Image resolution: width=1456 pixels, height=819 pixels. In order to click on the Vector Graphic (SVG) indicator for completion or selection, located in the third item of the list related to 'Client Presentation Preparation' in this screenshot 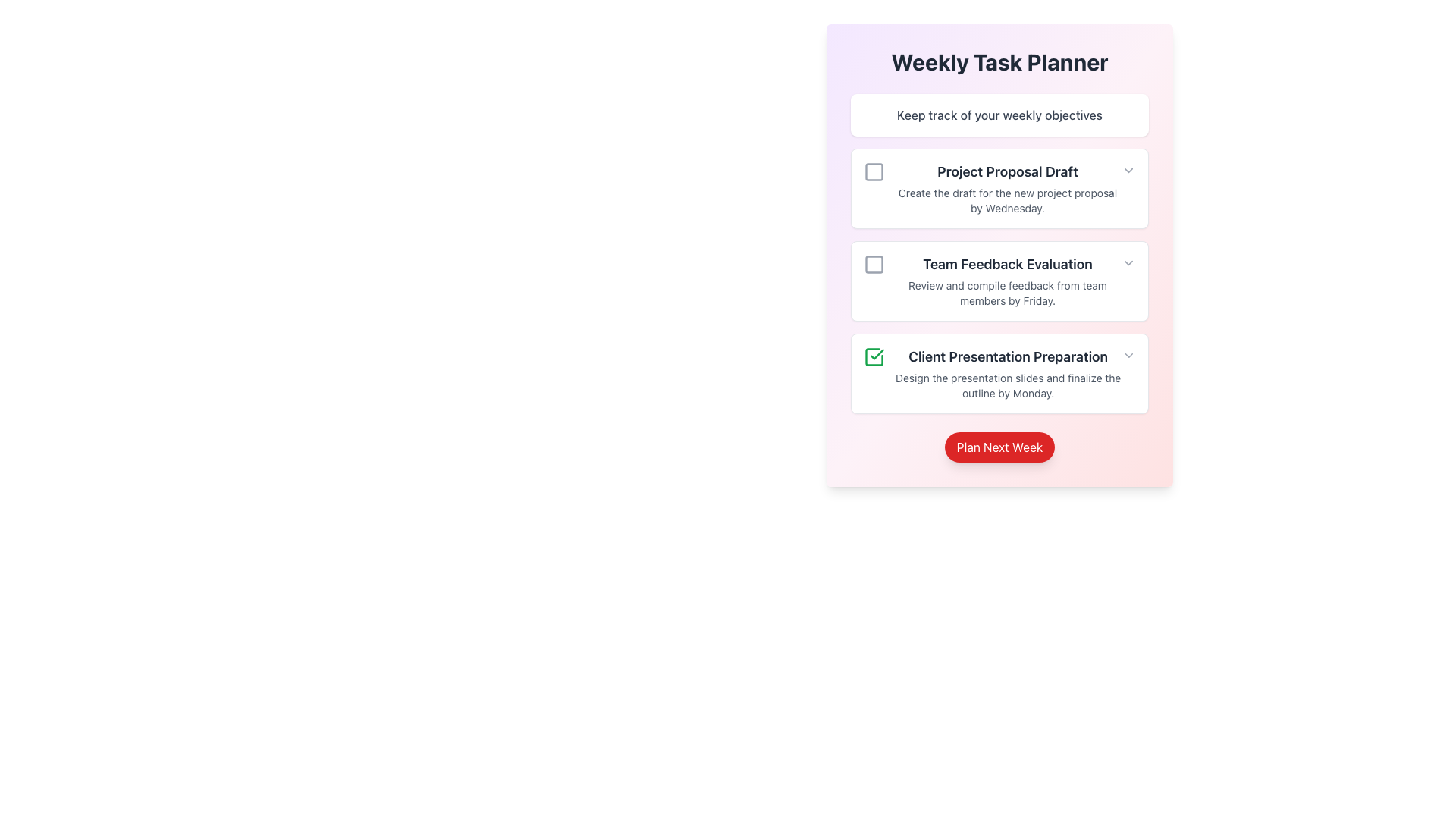, I will do `click(877, 354)`.